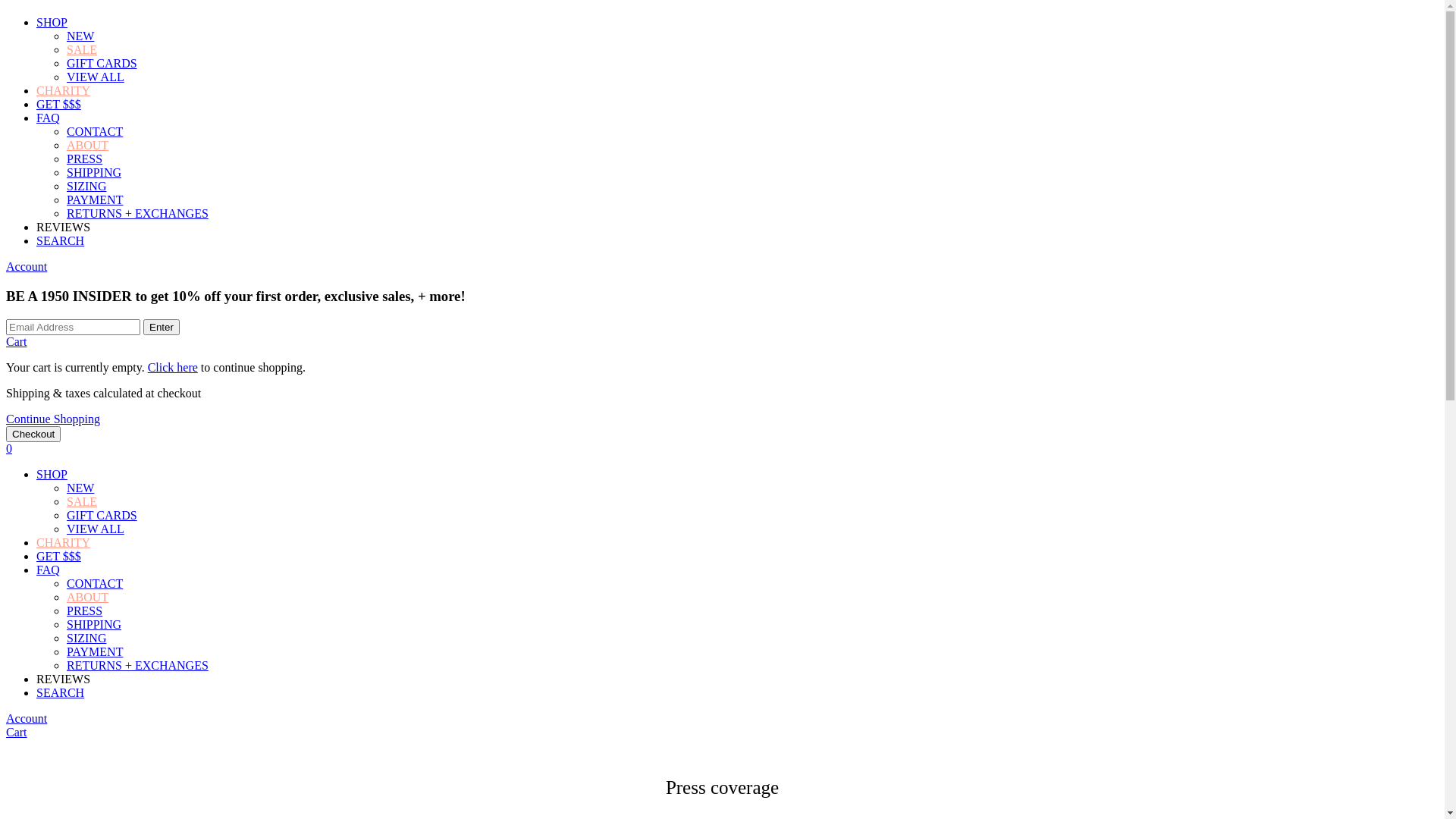  I want to click on 'Checkout', so click(6, 434).